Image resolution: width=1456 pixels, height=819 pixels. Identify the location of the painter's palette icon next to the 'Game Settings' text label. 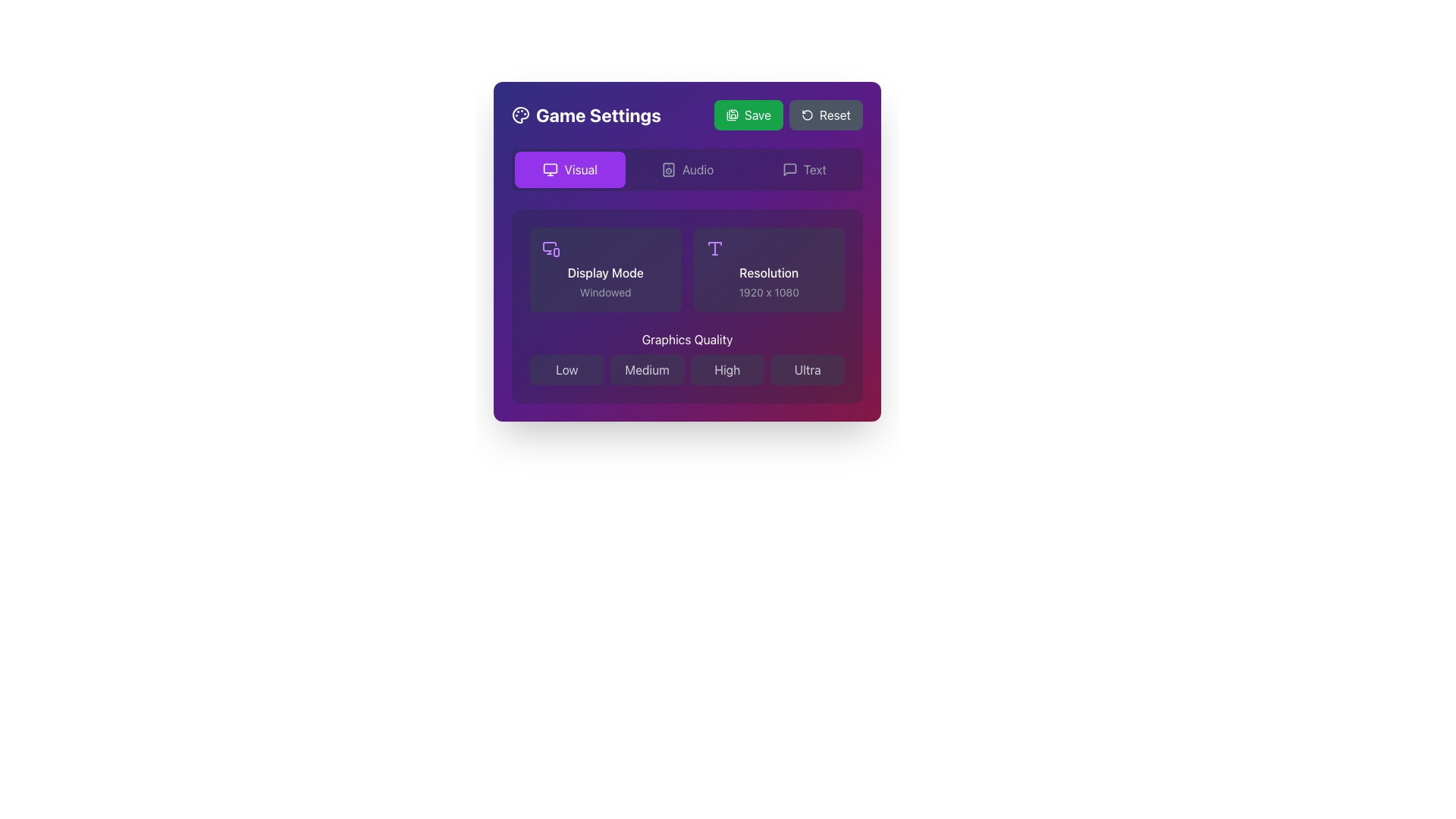
(585, 114).